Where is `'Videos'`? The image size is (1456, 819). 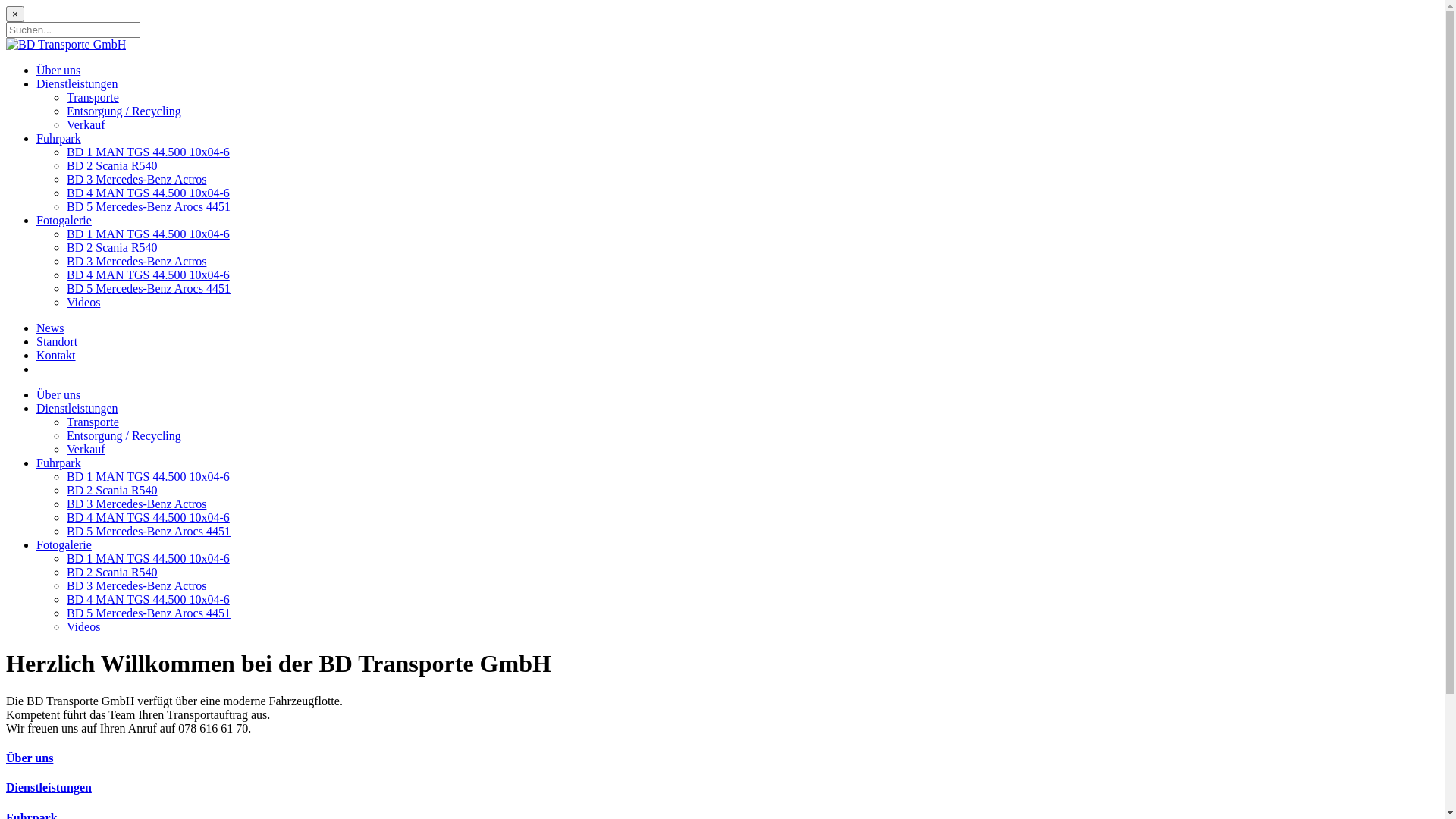 'Videos' is located at coordinates (83, 626).